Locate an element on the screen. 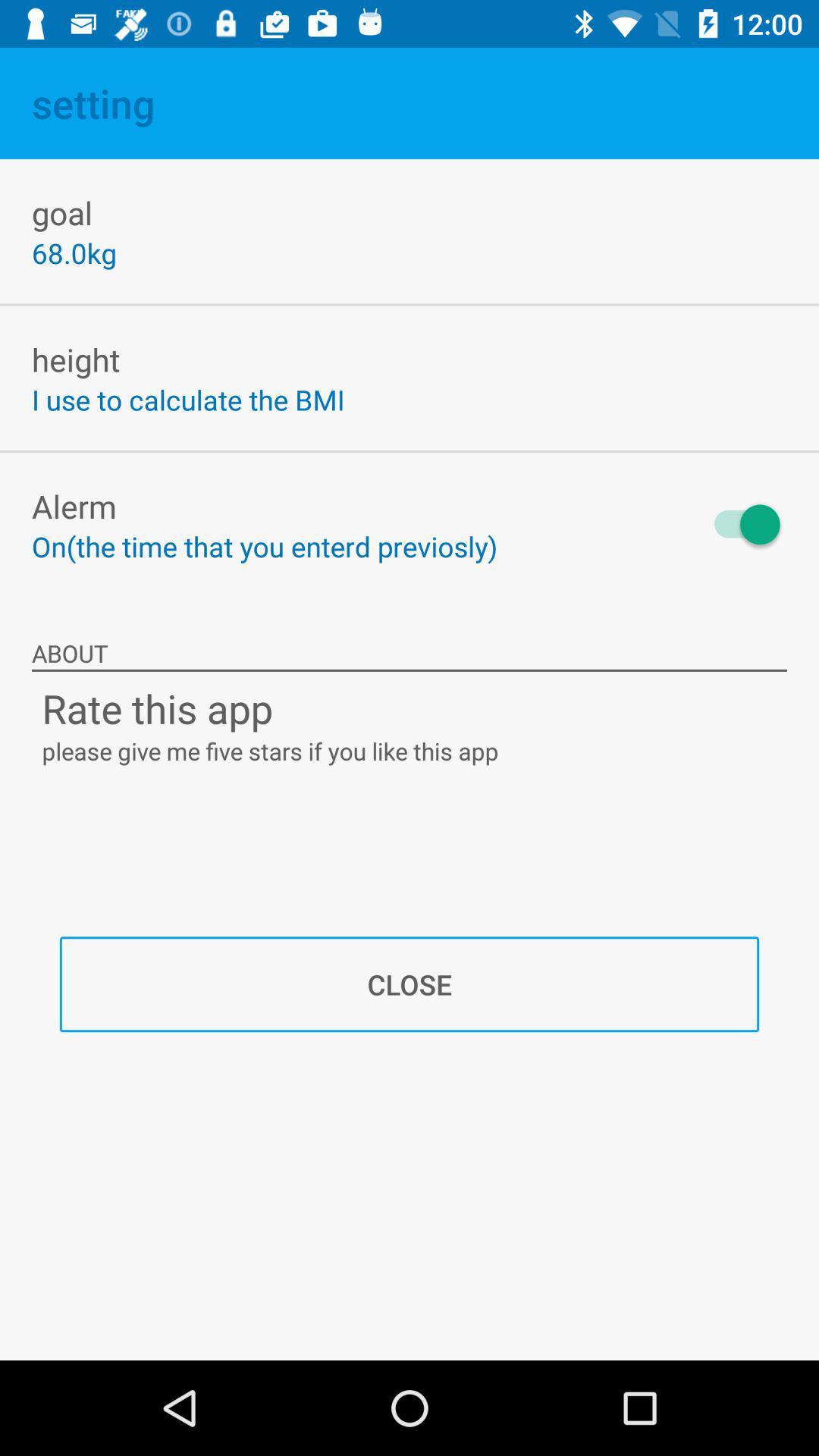 The image size is (819, 1456). two text lines below about is located at coordinates (409, 723).